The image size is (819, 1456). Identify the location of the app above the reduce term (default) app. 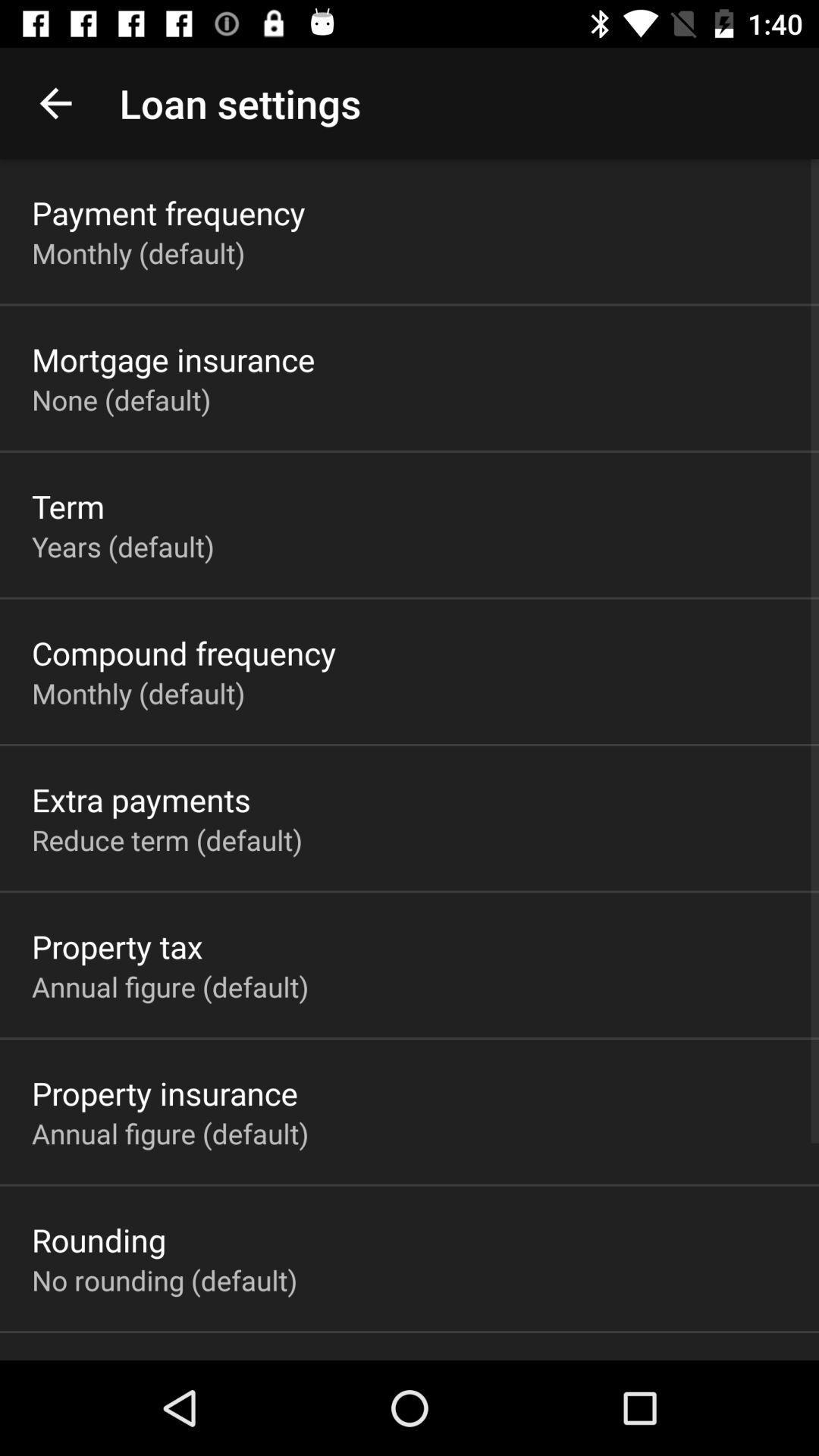
(141, 799).